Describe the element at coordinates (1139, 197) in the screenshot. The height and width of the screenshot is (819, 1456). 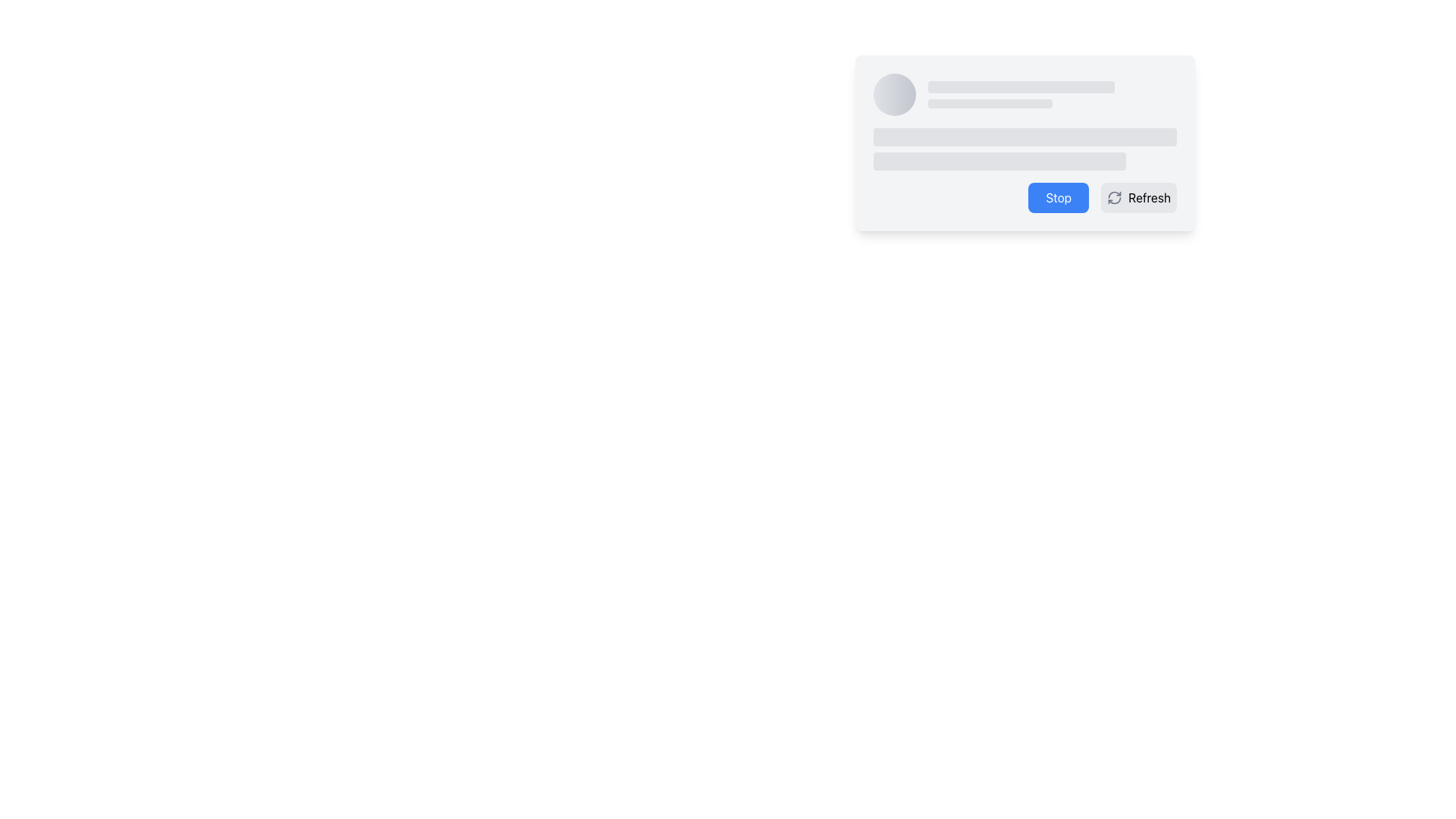
I see `the 'Refresh' button, which is a rectangular button with a light gray background and a circular refresh icon, located immediately to the right of the 'Stop' button` at that location.